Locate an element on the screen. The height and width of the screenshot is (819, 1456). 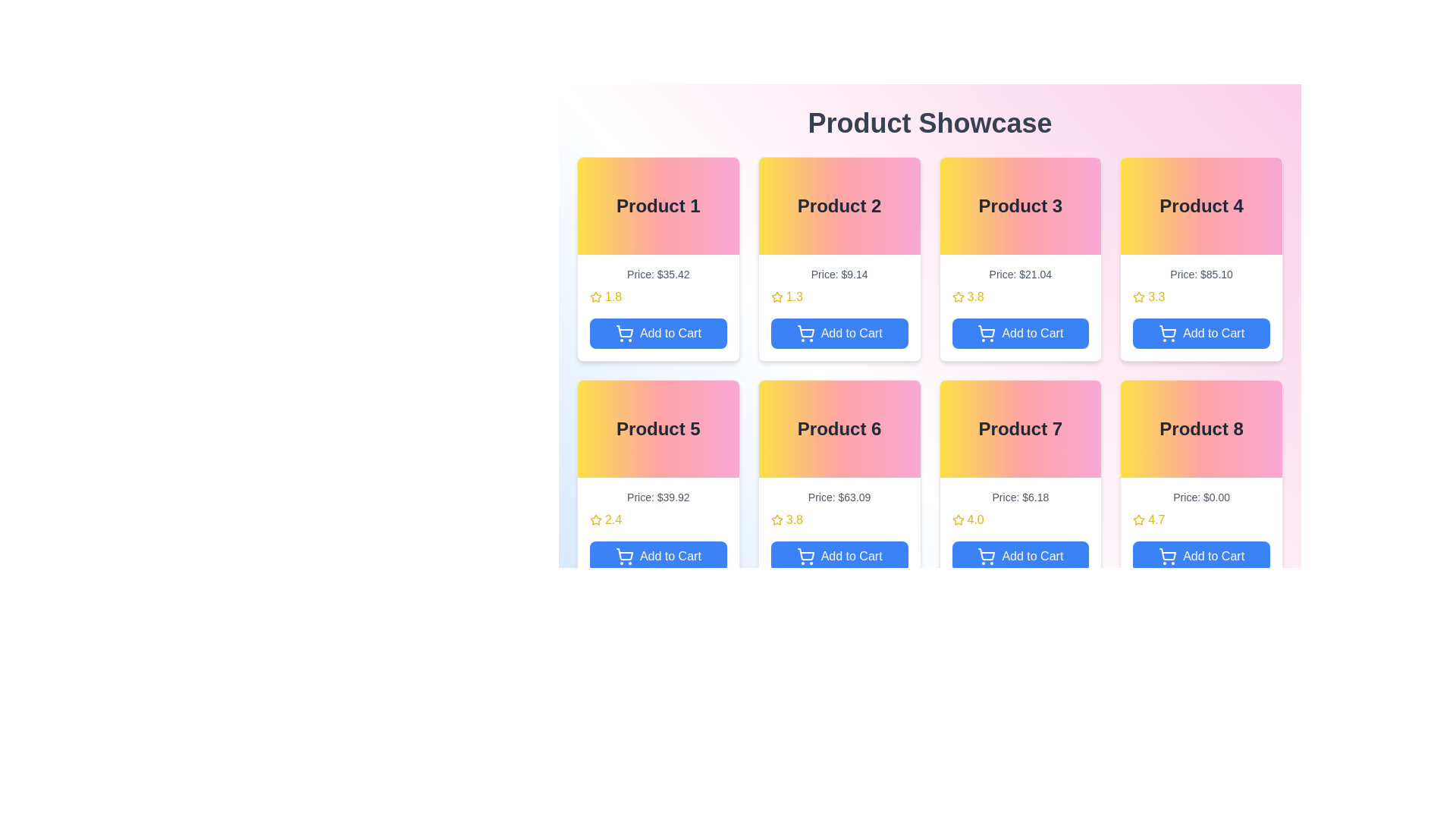
the 'Add to Cart' button which contains the Shopping Cart icon is located at coordinates (624, 332).